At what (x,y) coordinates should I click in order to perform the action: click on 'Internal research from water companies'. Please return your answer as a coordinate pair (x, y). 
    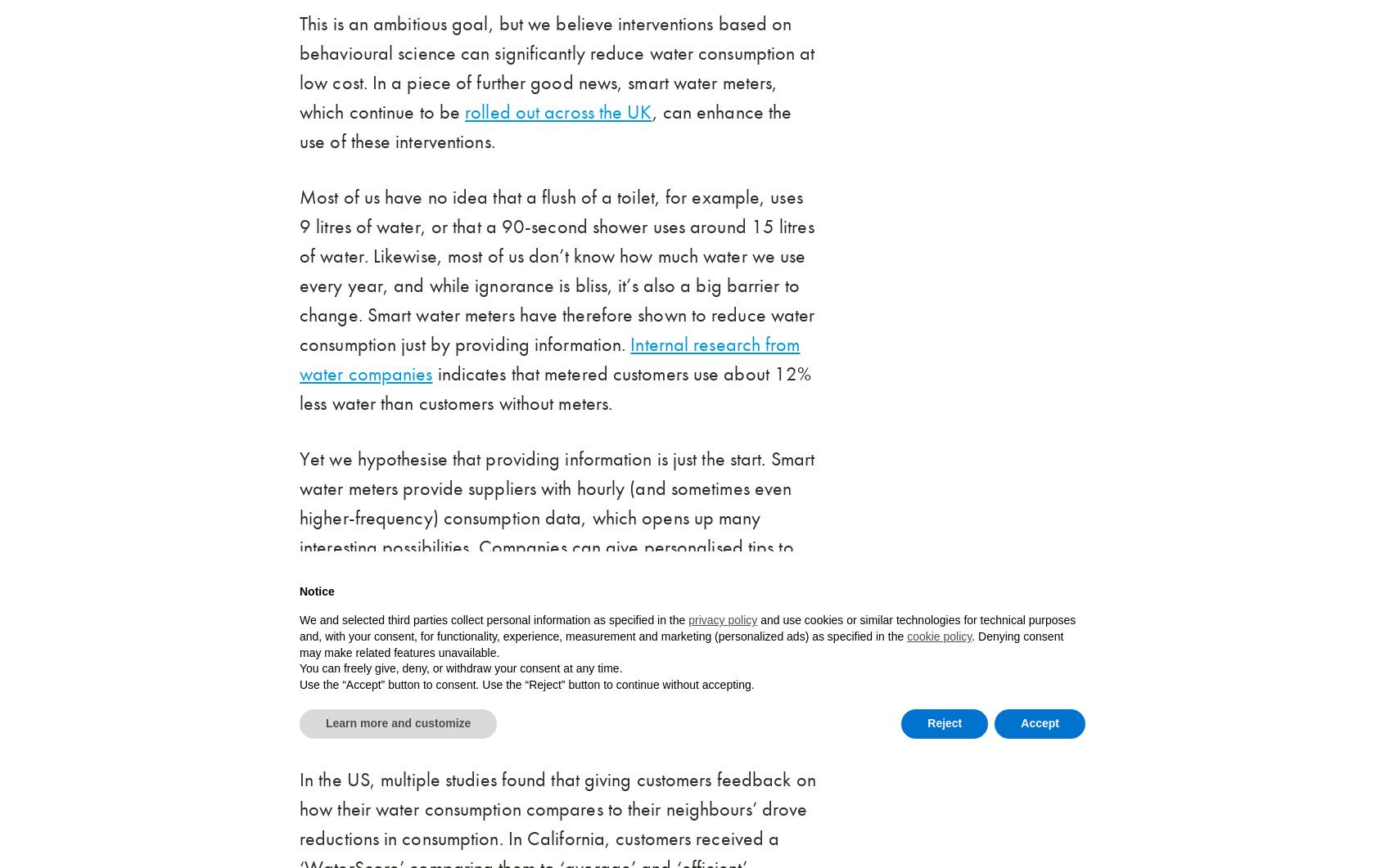
    Looking at the image, I should click on (549, 359).